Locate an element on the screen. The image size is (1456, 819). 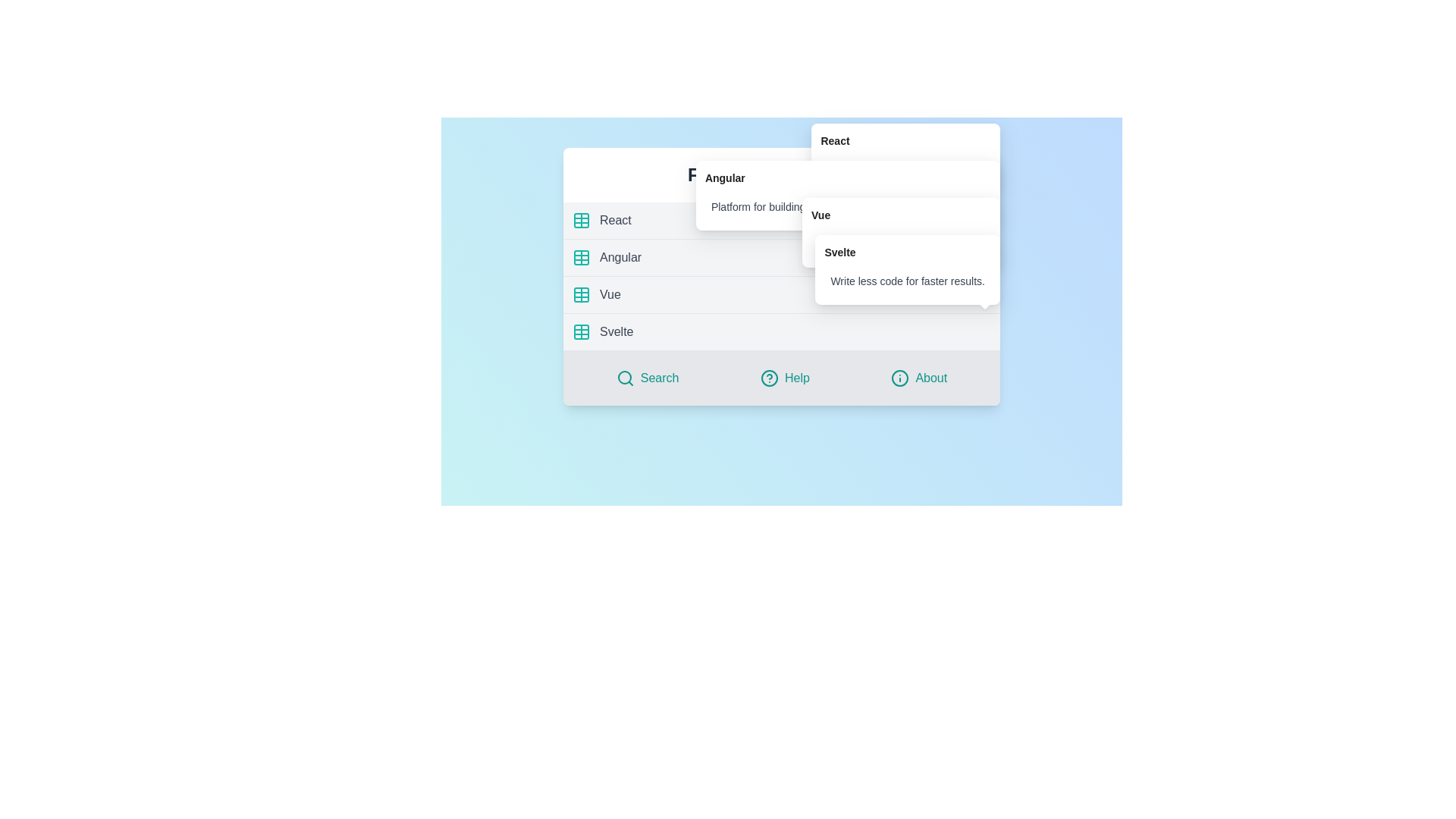
the 'React' text label, which serves as the first menu item in a list of options is located at coordinates (615, 220).